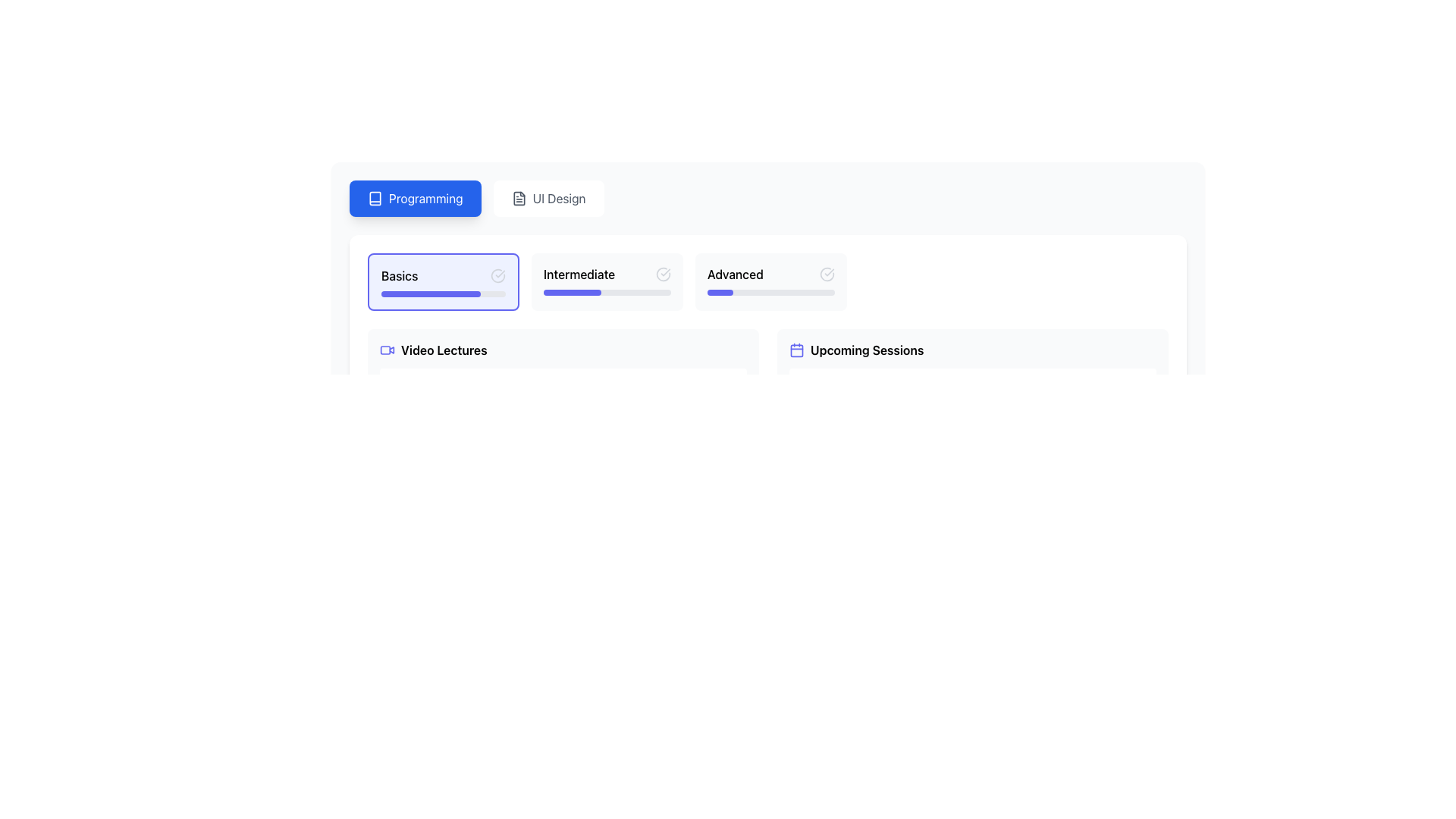 This screenshot has height=819, width=1456. Describe the element at coordinates (663, 275) in the screenshot. I see `the status indicator for the 'Intermediate' section, which is located on the right-hand side of the 'Intermediate' label within a horizontal panel` at that location.